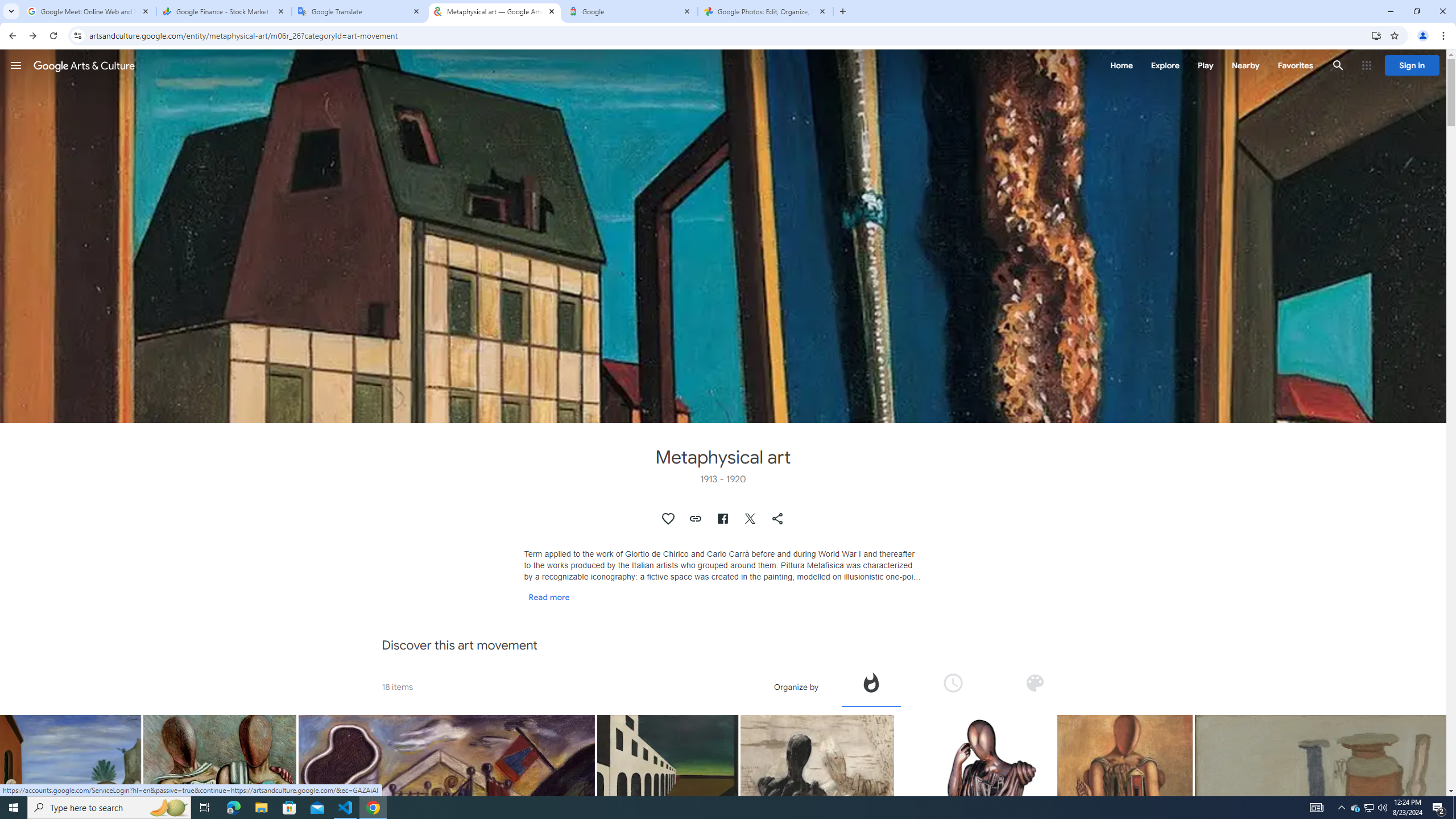 This screenshot has width=1456, height=819. What do you see at coordinates (1294, 65) in the screenshot?
I see `'Favorites'` at bounding box center [1294, 65].